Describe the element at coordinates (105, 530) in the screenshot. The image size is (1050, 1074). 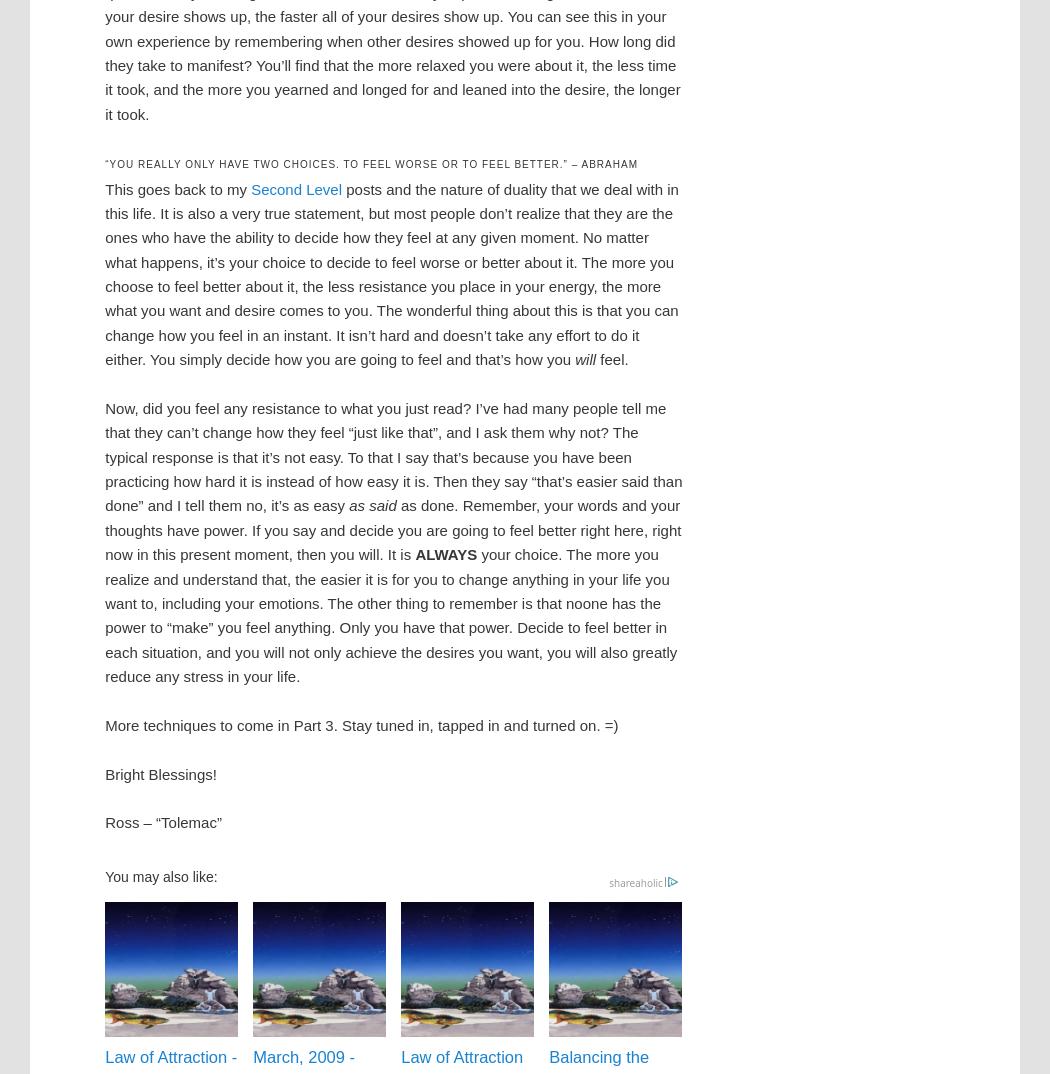
I see `'as done. Remember, your words and your thoughts have power. If you say and decide you are going to feel better right here, right now in this present moment, then you will. It is'` at that location.